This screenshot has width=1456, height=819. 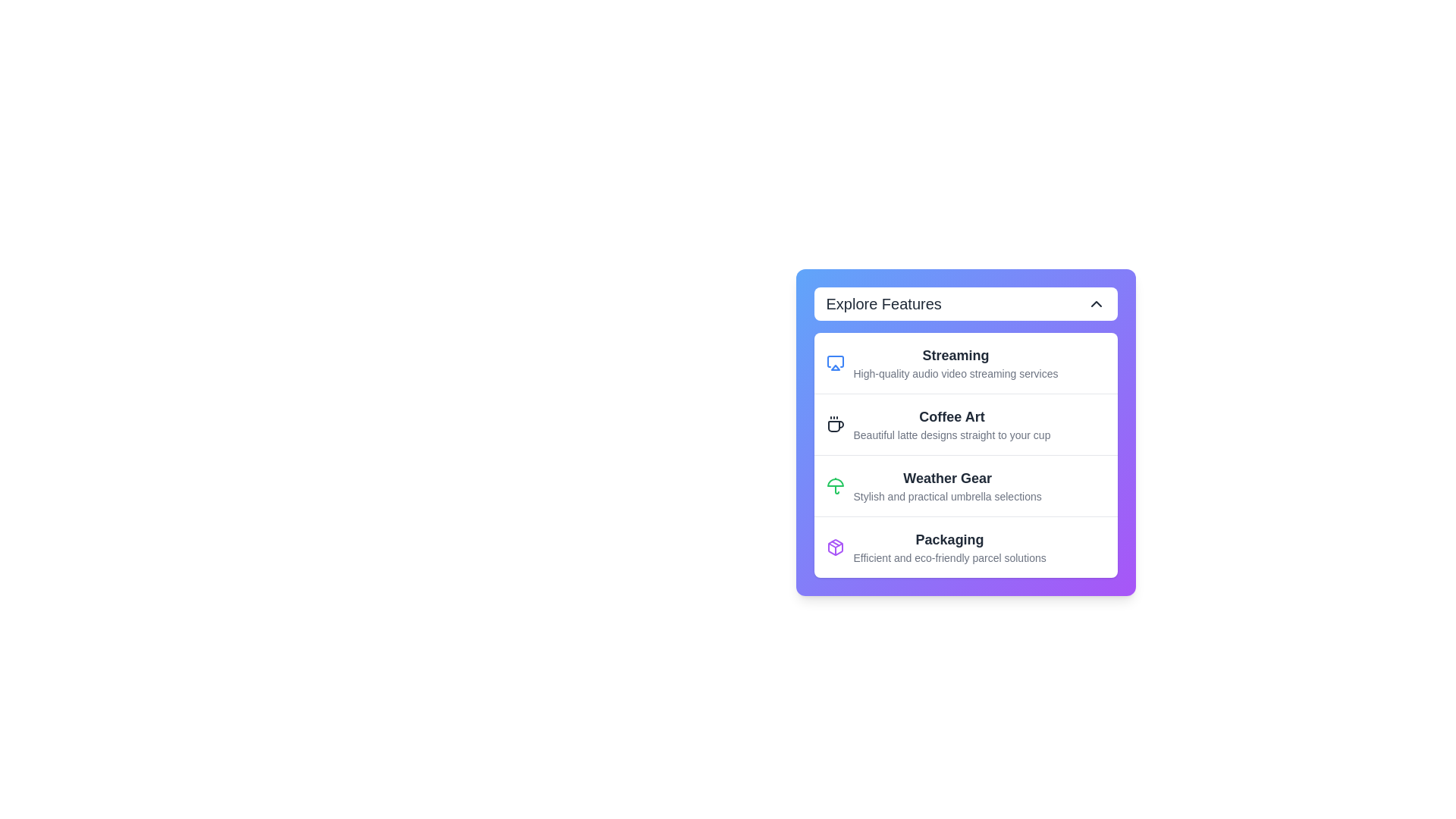 What do you see at coordinates (946, 497) in the screenshot?
I see `the text element reading 'Stylish and practical umbrella selections', which is styled in smaller gray font and located below the 'Weather Gear' heading in the features menu` at bounding box center [946, 497].